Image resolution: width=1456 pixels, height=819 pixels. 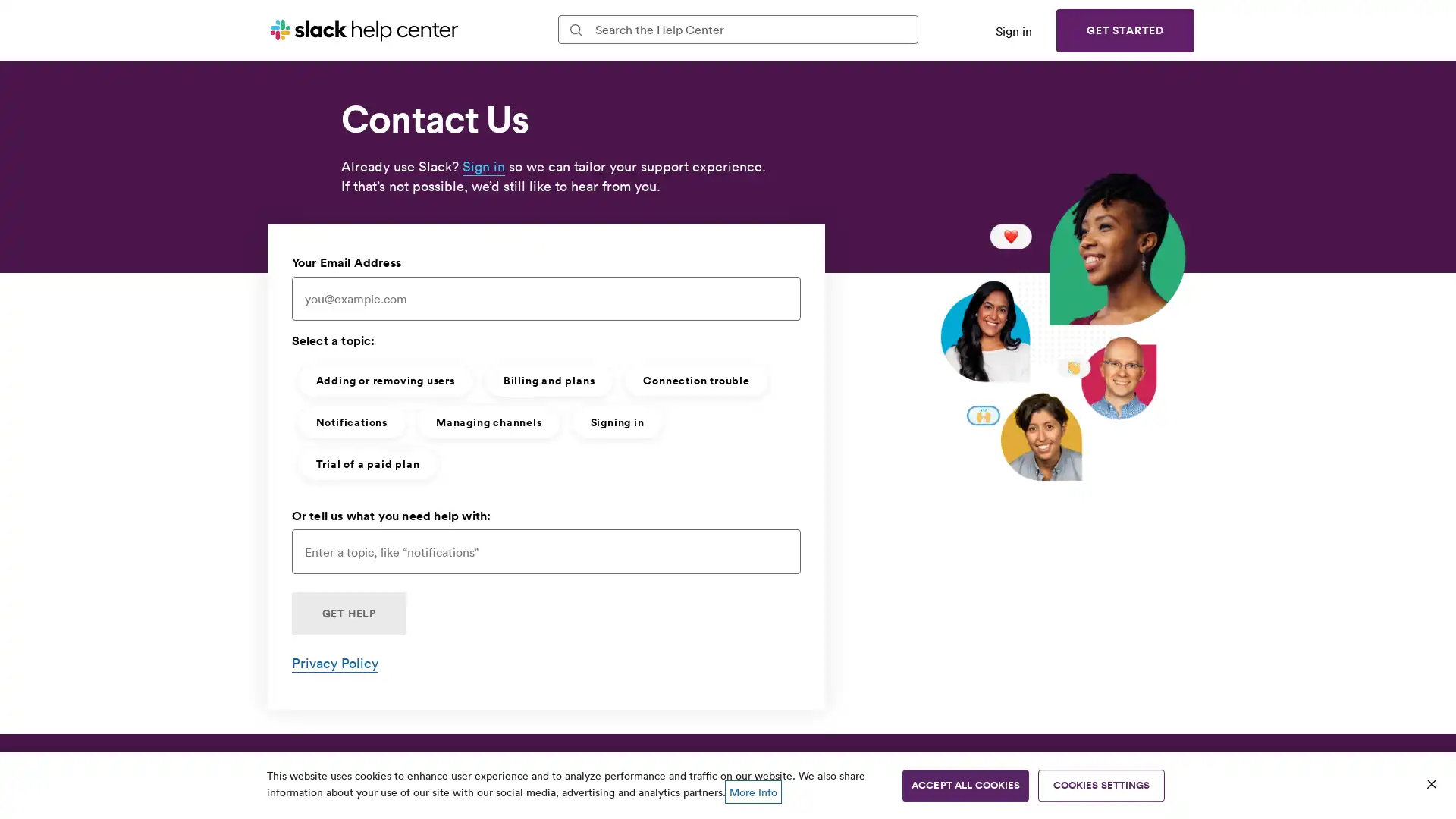 What do you see at coordinates (548, 379) in the screenshot?
I see `Billing and plans` at bounding box center [548, 379].